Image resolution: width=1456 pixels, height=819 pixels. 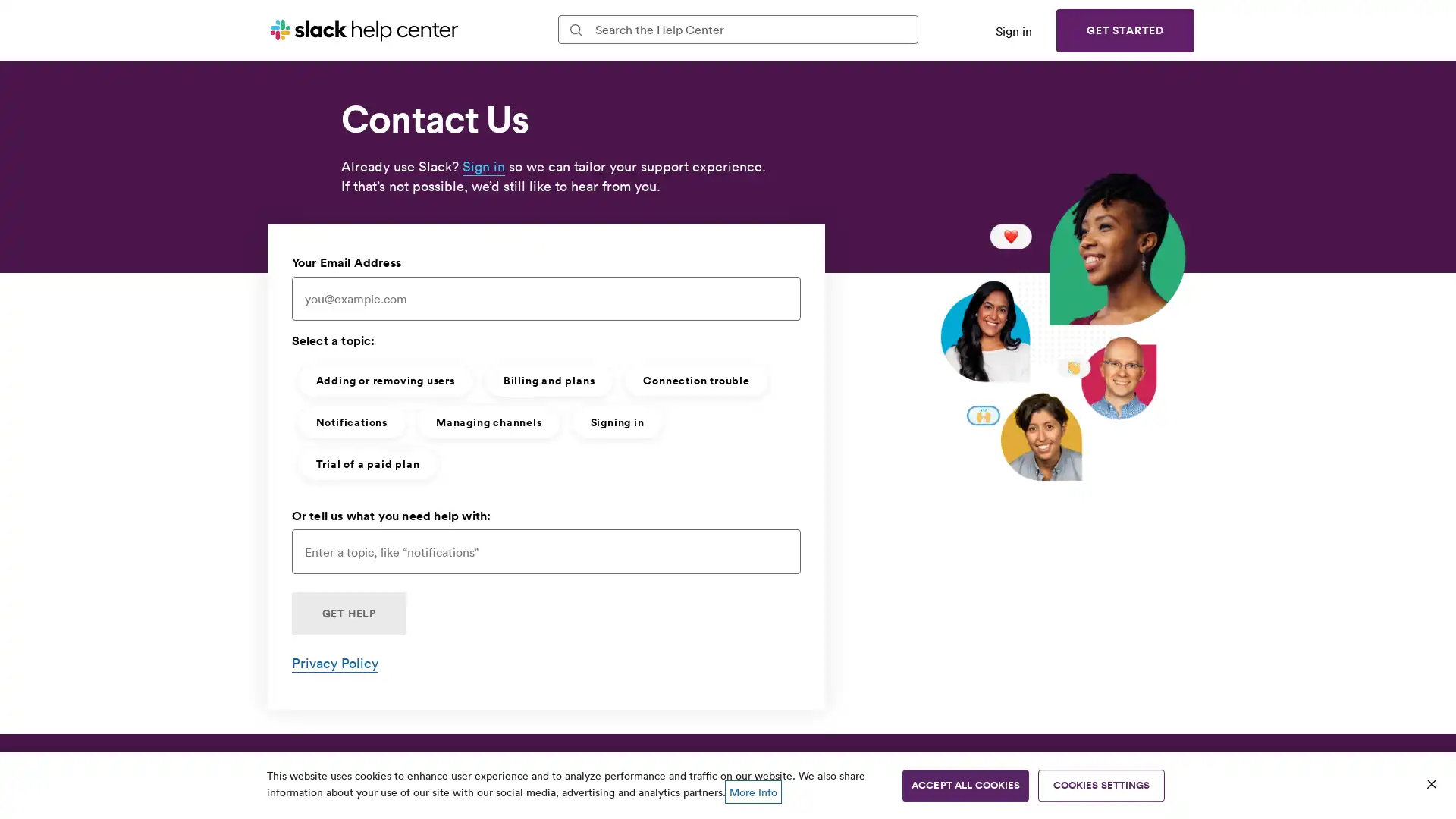 What do you see at coordinates (548, 379) in the screenshot?
I see `Billing and plans` at bounding box center [548, 379].